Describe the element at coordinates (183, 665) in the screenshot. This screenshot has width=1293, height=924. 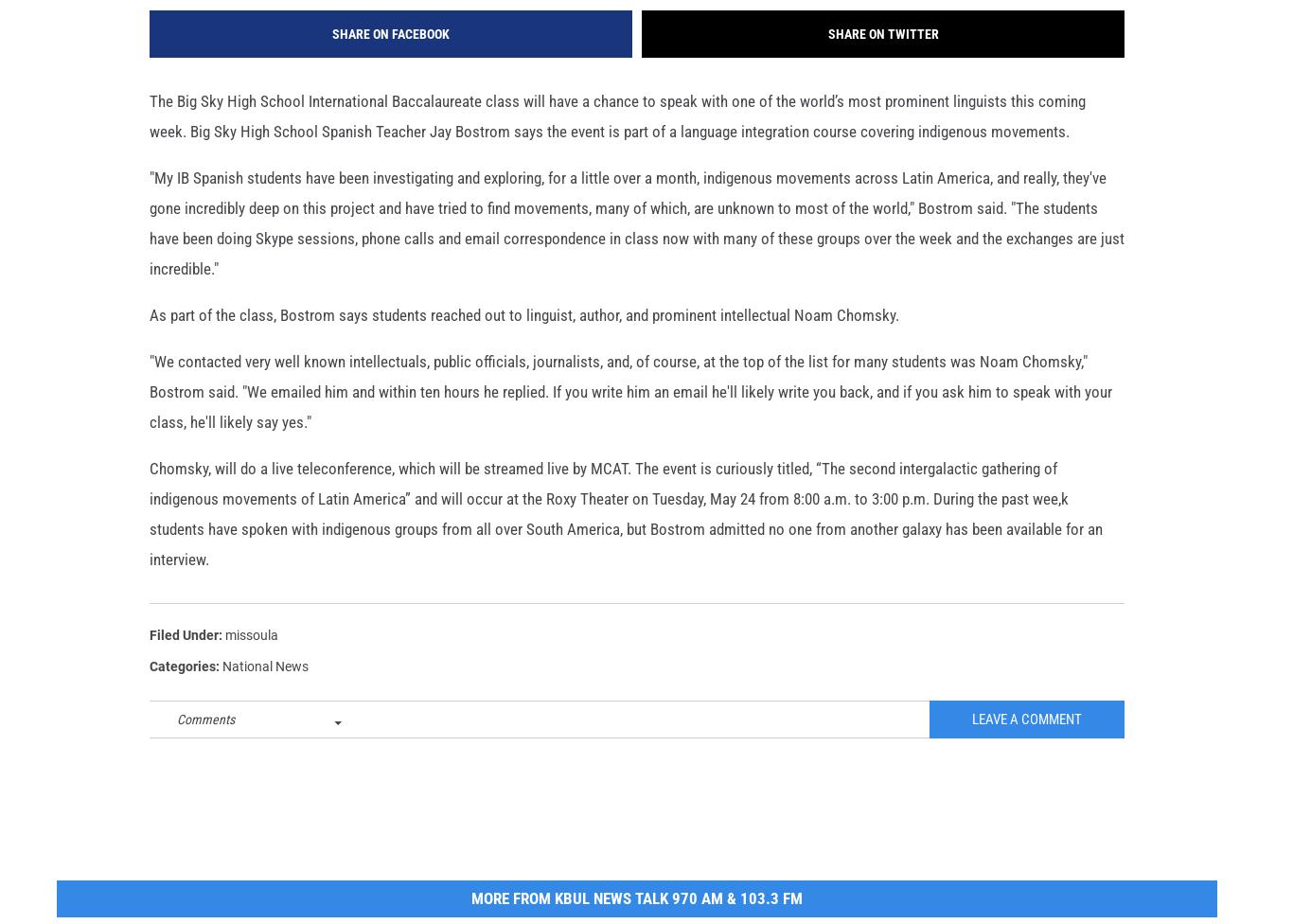
I see `'Filed Under'` at that location.